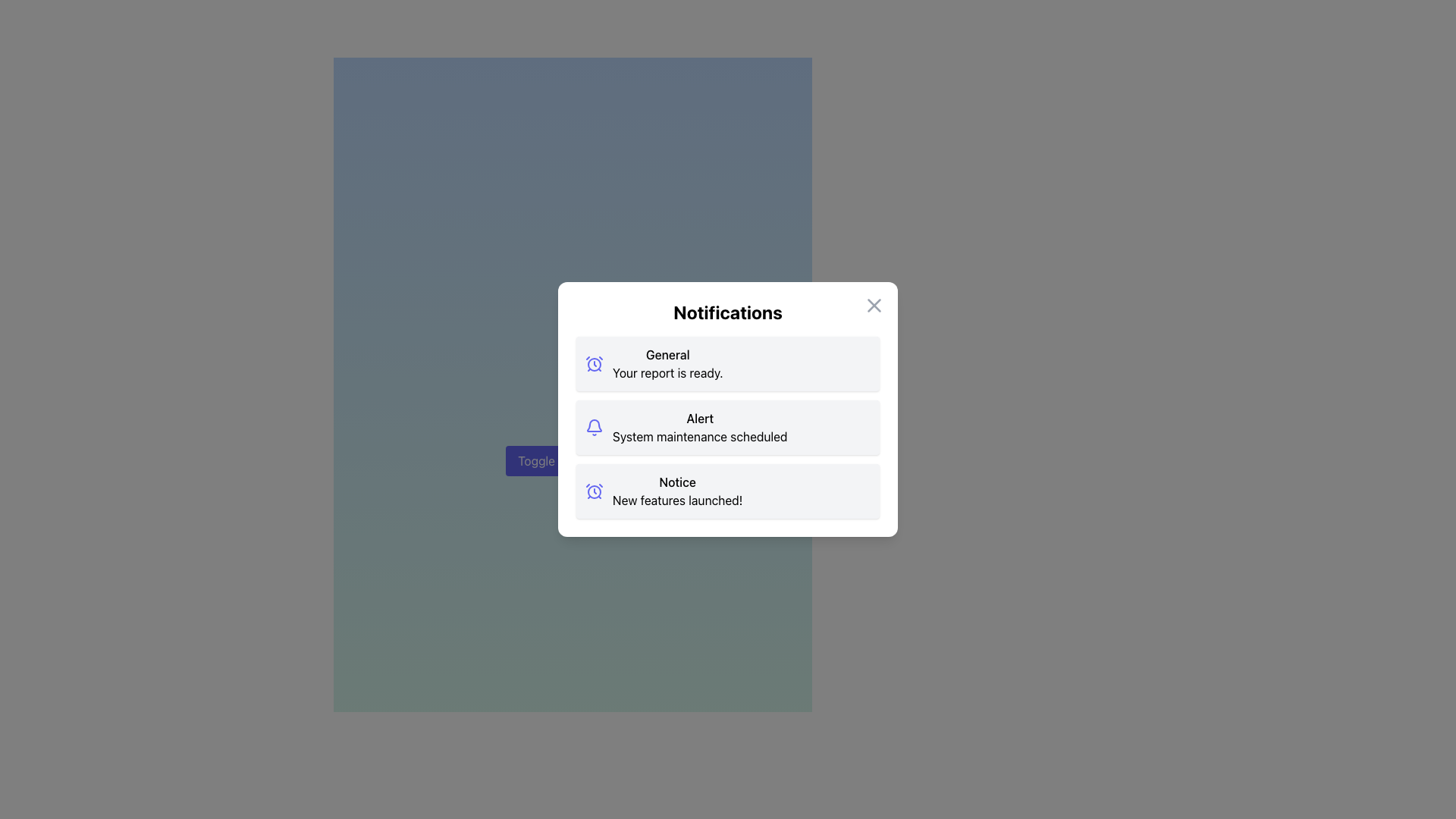 The height and width of the screenshot is (819, 1456). I want to click on the close button located in the top-right corner of the notification modal, so click(874, 305).